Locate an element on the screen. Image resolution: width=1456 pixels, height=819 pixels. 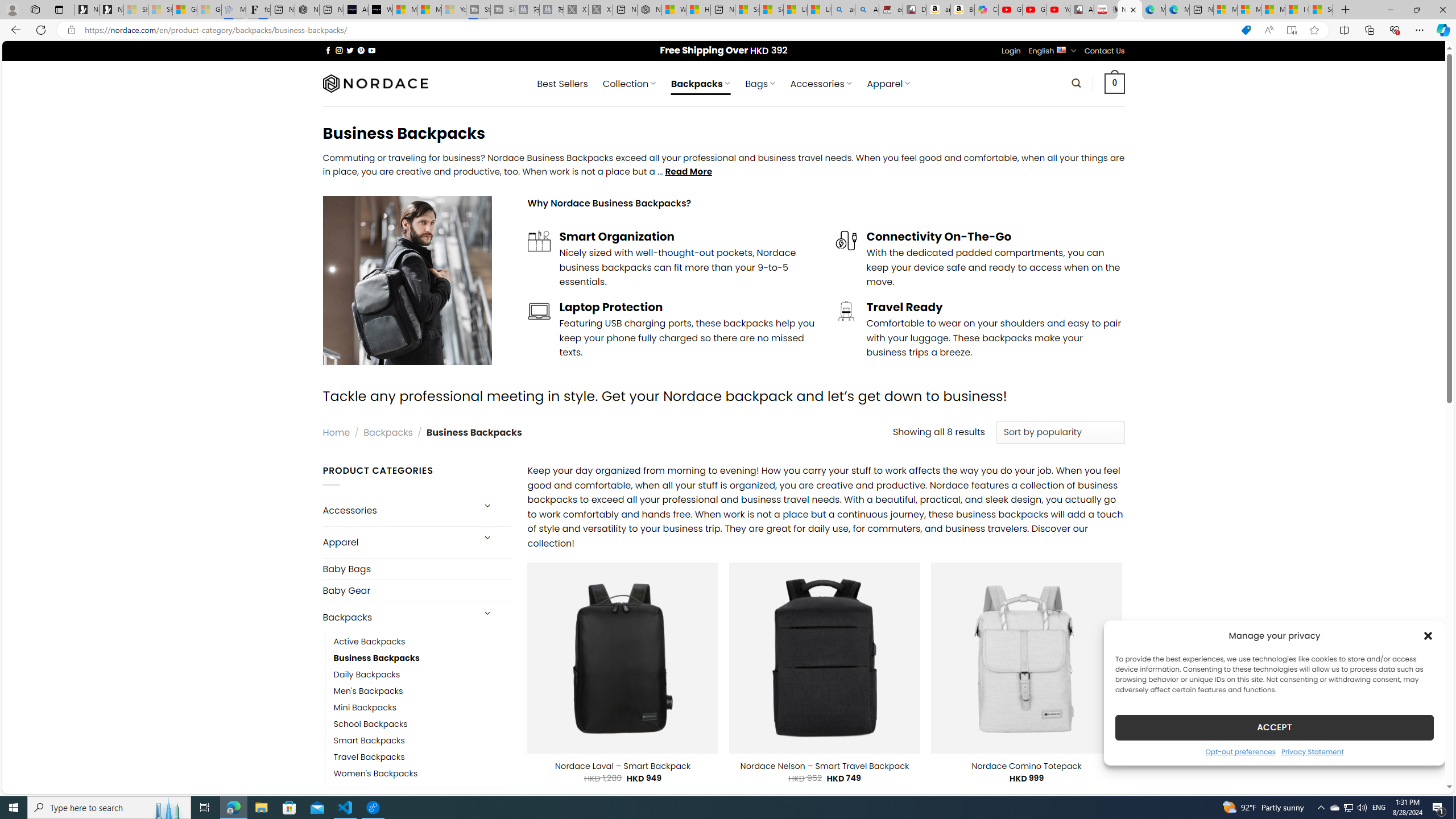
'Copilot' is located at coordinates (986, 9).